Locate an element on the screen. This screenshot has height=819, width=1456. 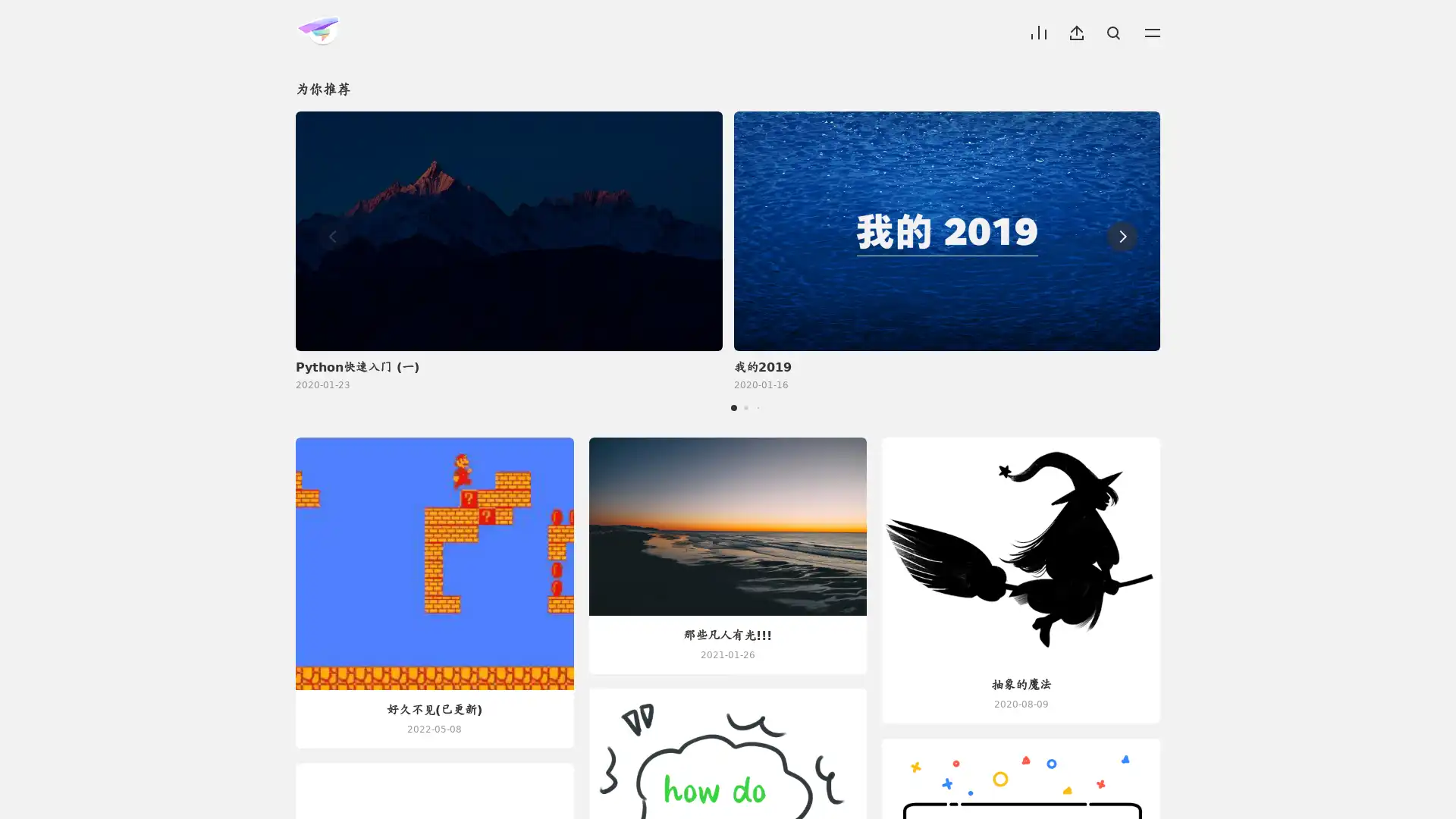
Go to slide 3 is located at coordinates (757, 406).